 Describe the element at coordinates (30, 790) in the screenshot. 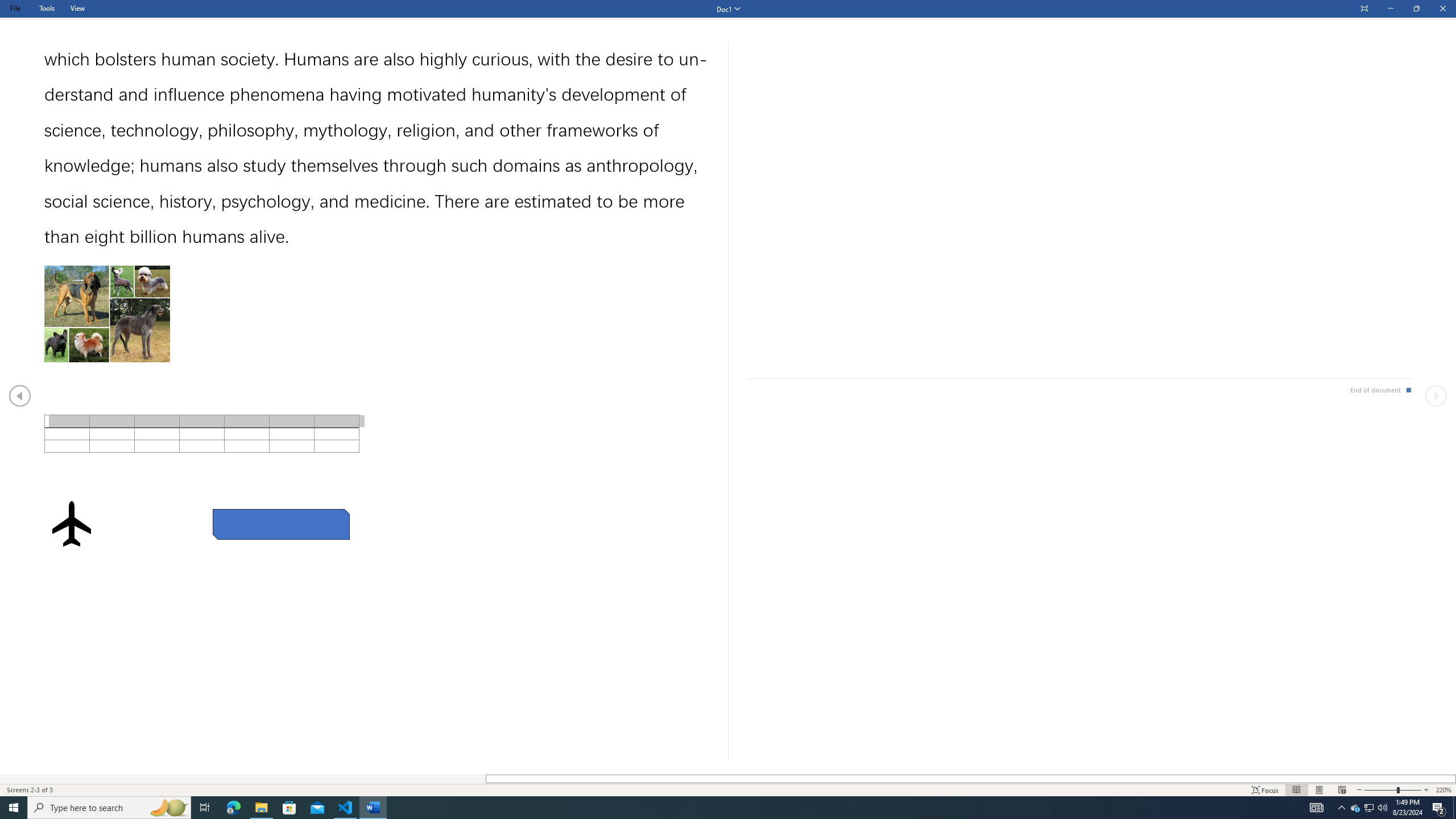

I see `'Page Number Screens 2-3 of 3 '` at that location.